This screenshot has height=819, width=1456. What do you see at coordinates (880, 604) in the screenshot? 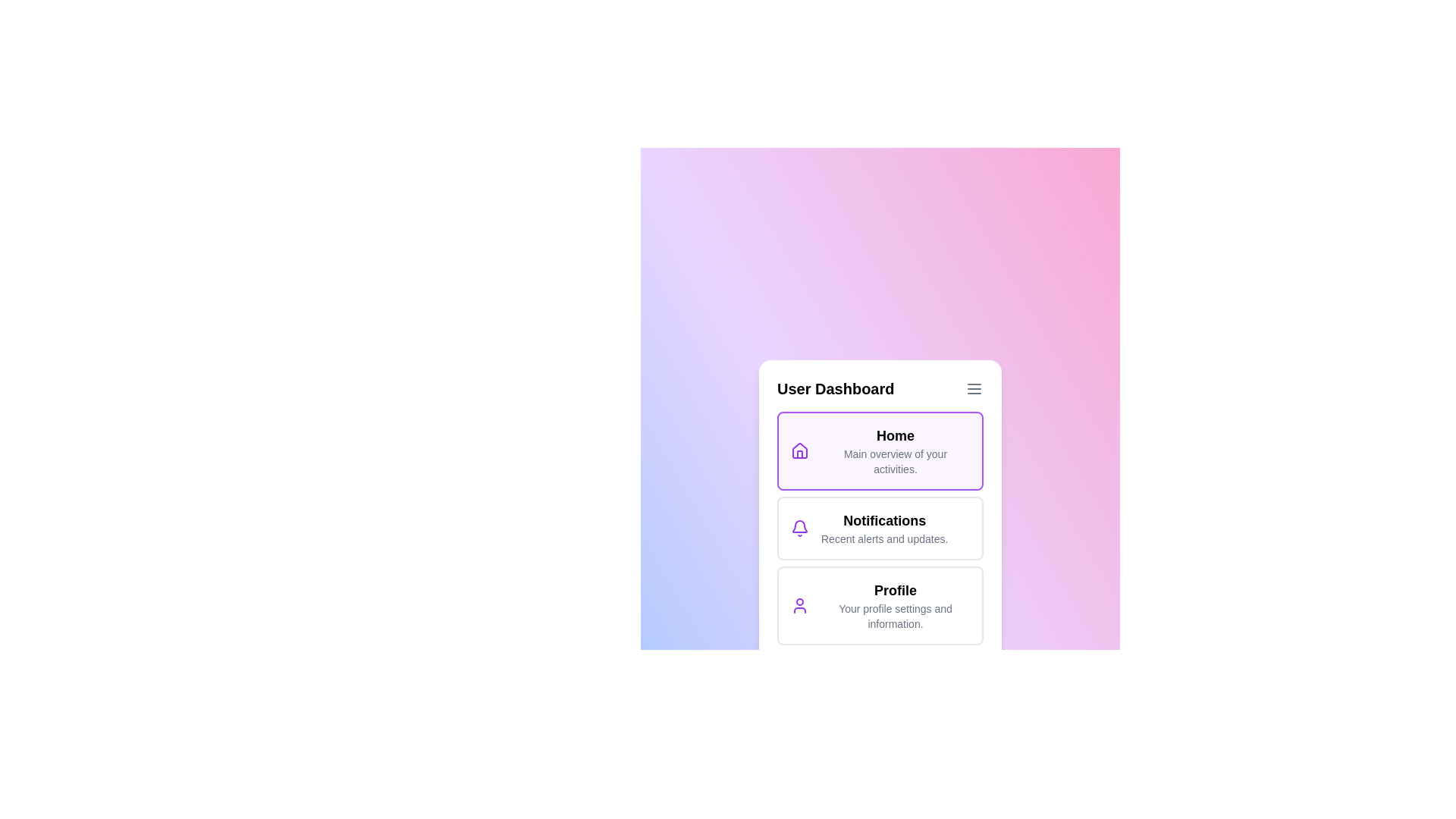
I see `the menu item Profile to navigate` at bounding box center [880, 604].